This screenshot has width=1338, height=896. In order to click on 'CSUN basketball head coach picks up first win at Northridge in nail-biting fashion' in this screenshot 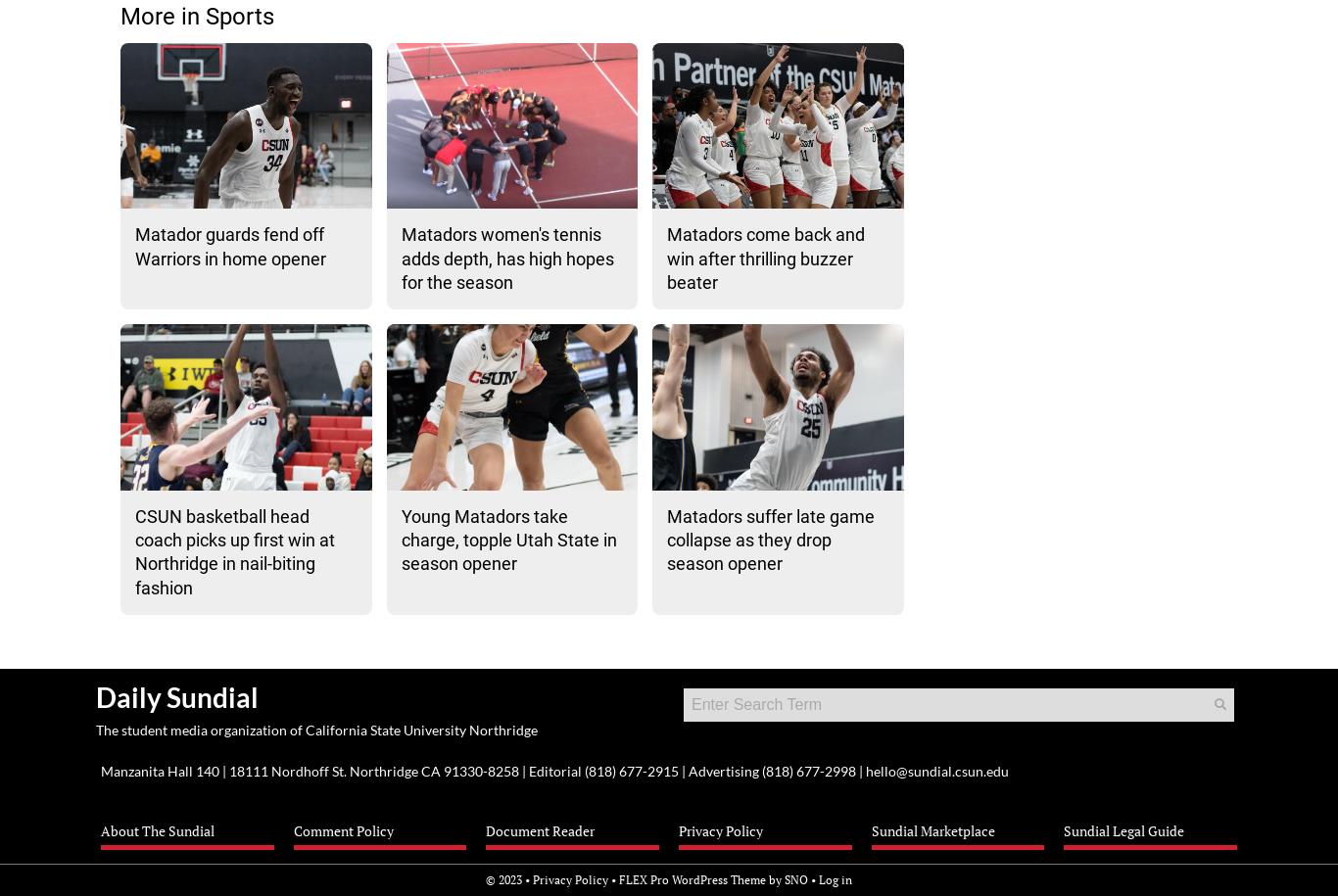, I will do `click(235, 549)`.